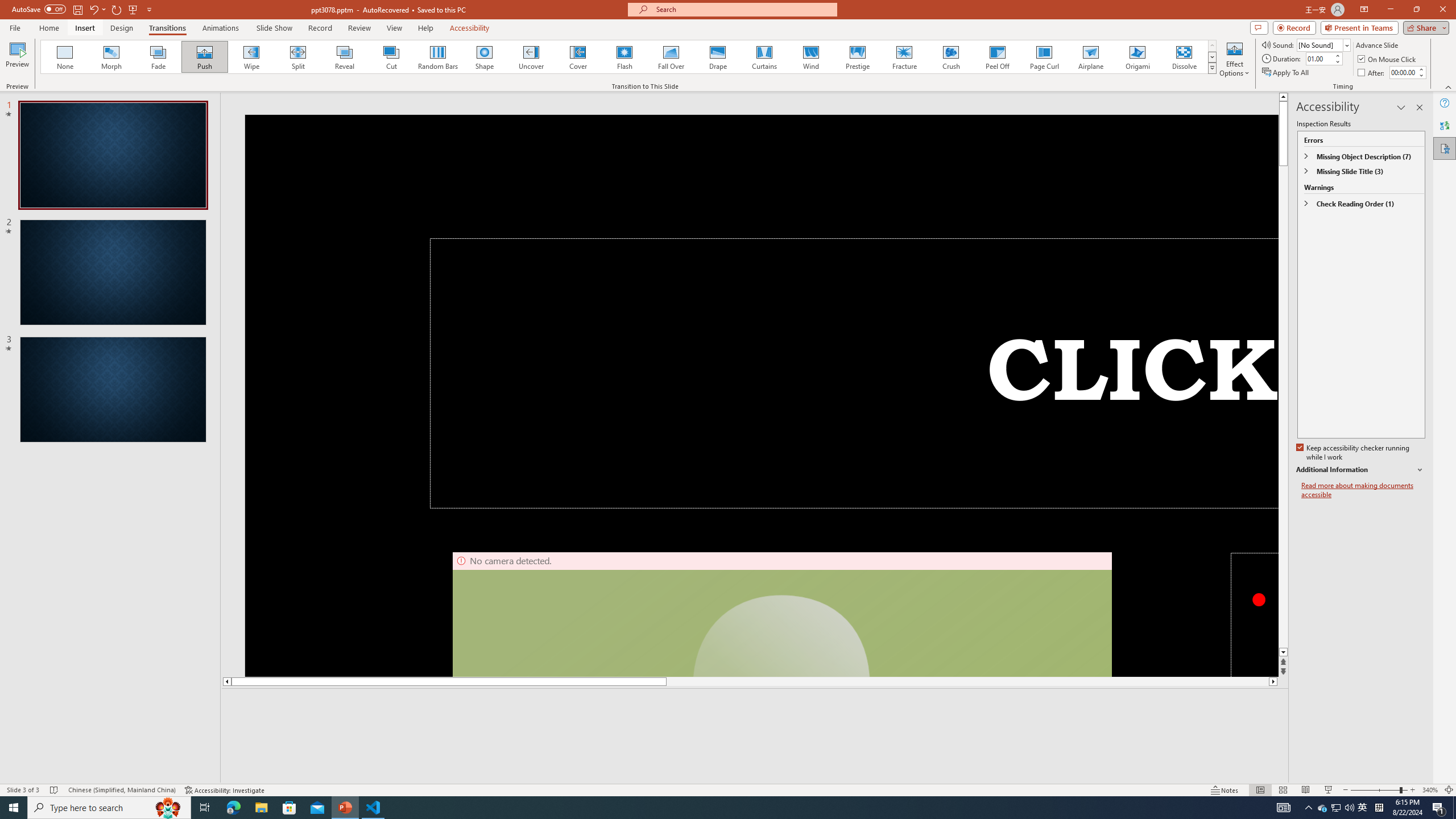 This screenshot has height=819, width=1456. I want to click on 'After', so click(1403, 72).